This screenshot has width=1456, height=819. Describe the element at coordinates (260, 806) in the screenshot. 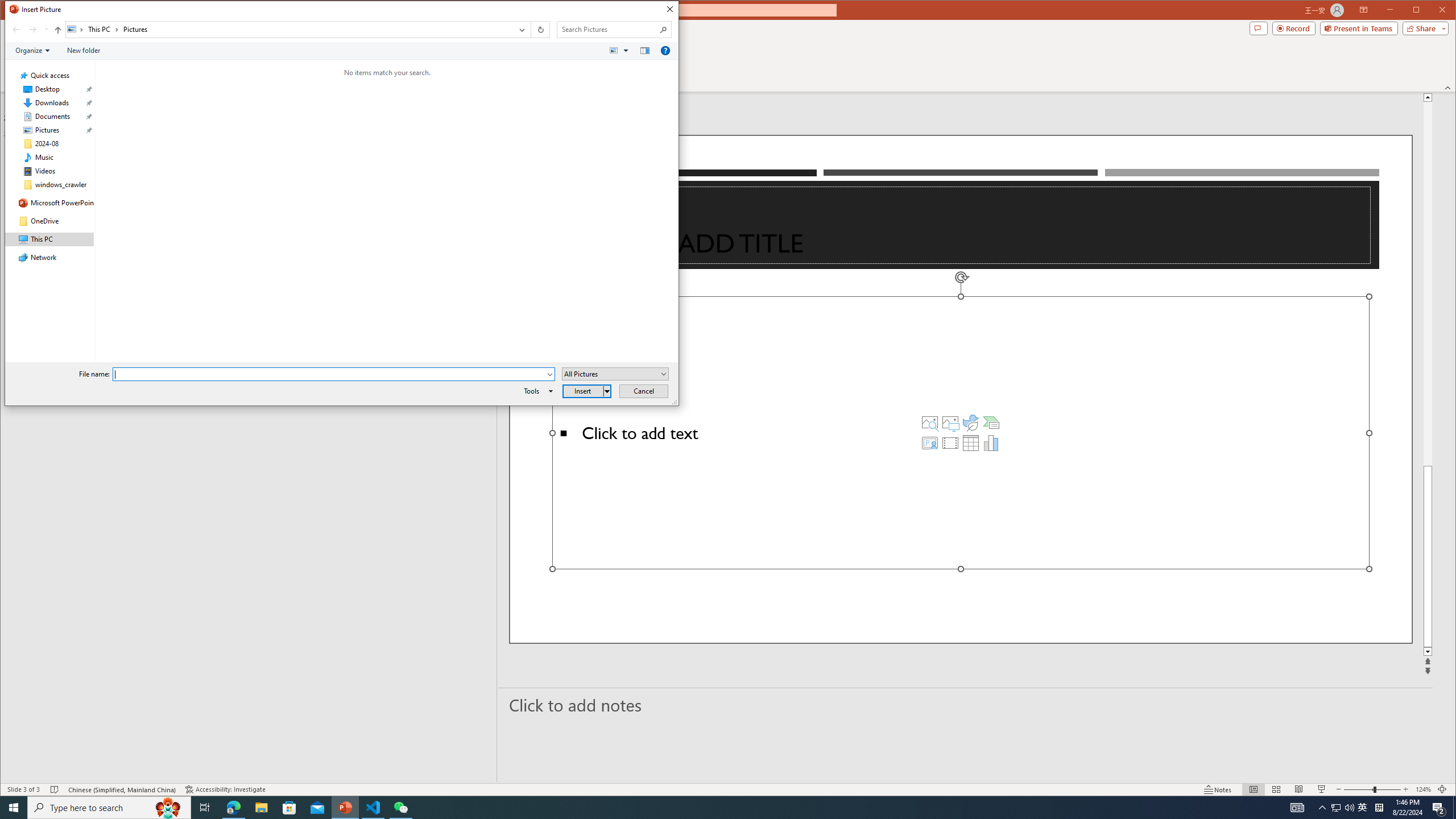

I see `'File Explorer'` at that location.